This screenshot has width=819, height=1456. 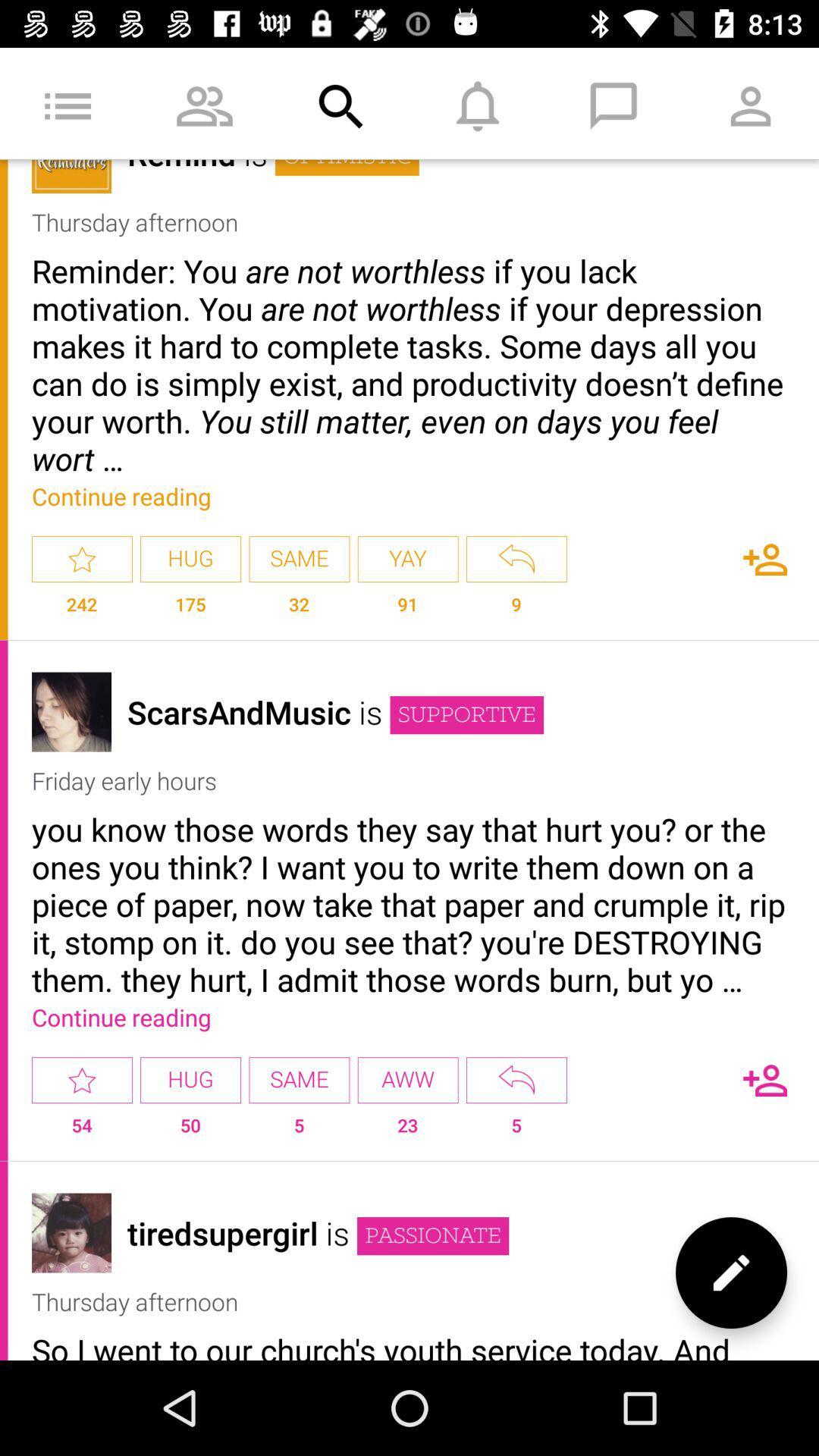 What do you see at coordinates (82, 1079) in the screenshot?
I see `star this post` at bounding box center [82, 1079].